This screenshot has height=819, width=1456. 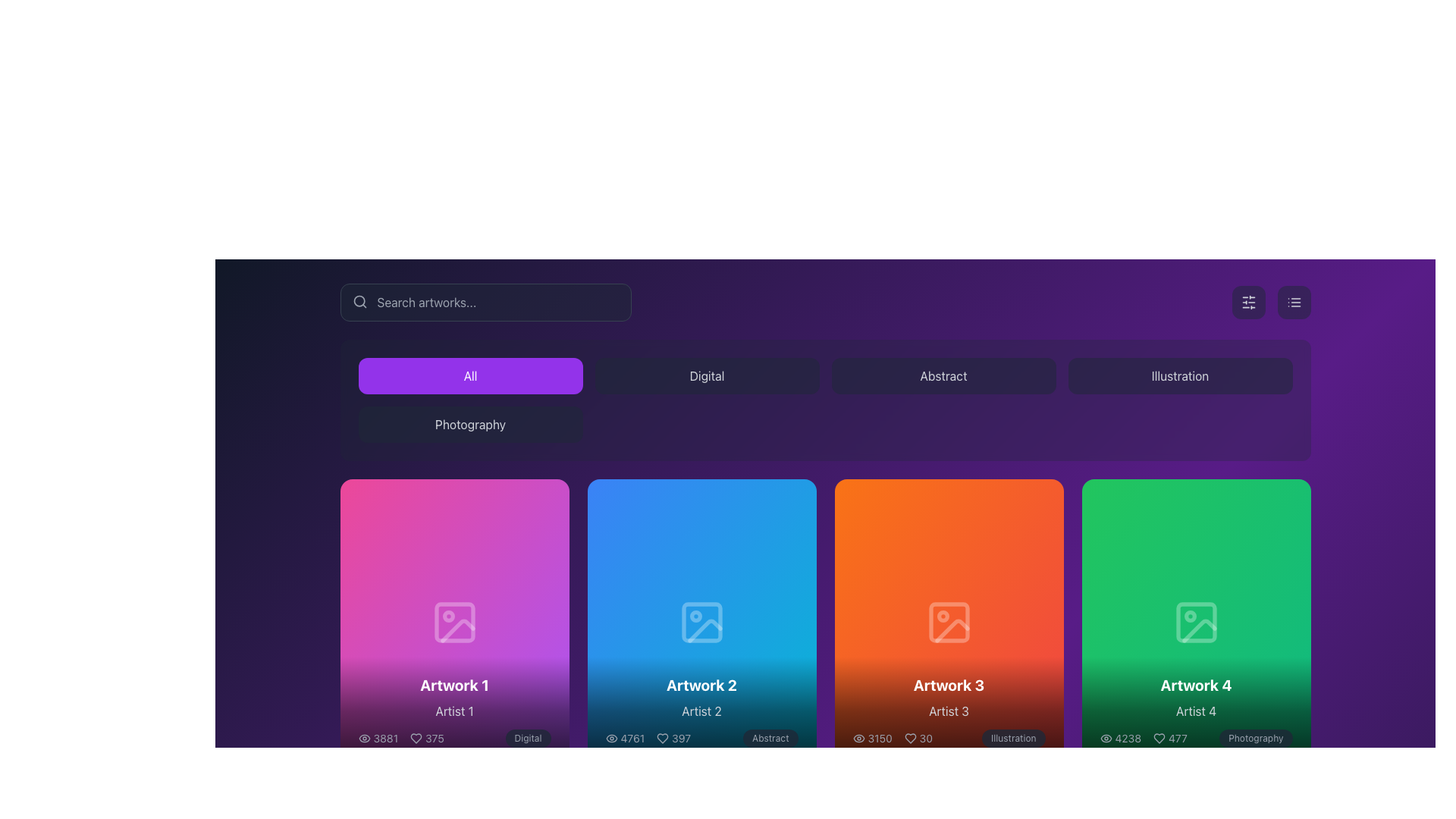 I want to click on the text label displaying 'Artwork 4' in bold white font, located on the green card towards the bottom, central to other text labels, so click(x=1195, y=685).